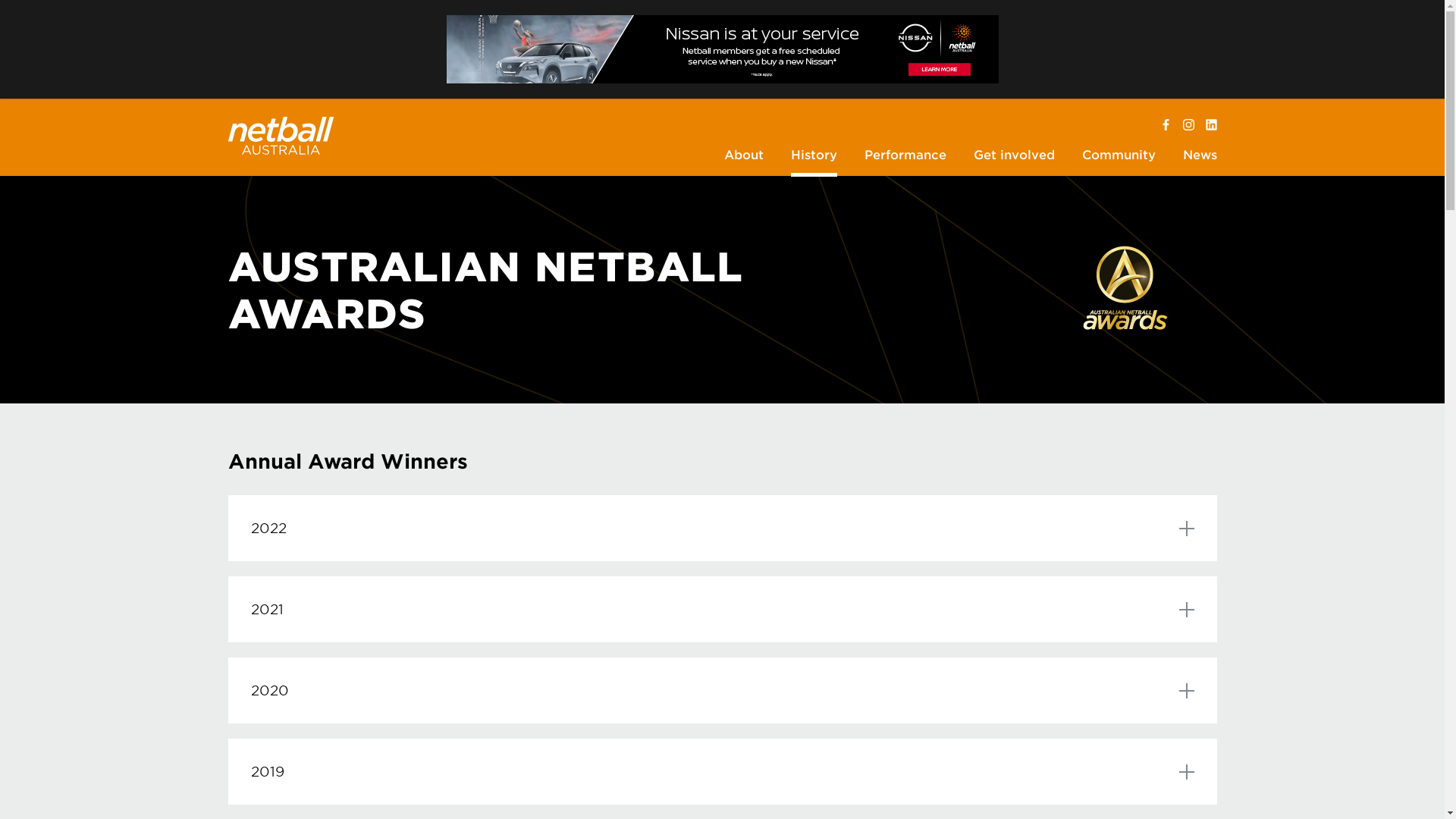 This screenshot has width=1456, height=819. Describe the element at coordinates (743, 156) in the screenshot. I see `'About'` at that location.